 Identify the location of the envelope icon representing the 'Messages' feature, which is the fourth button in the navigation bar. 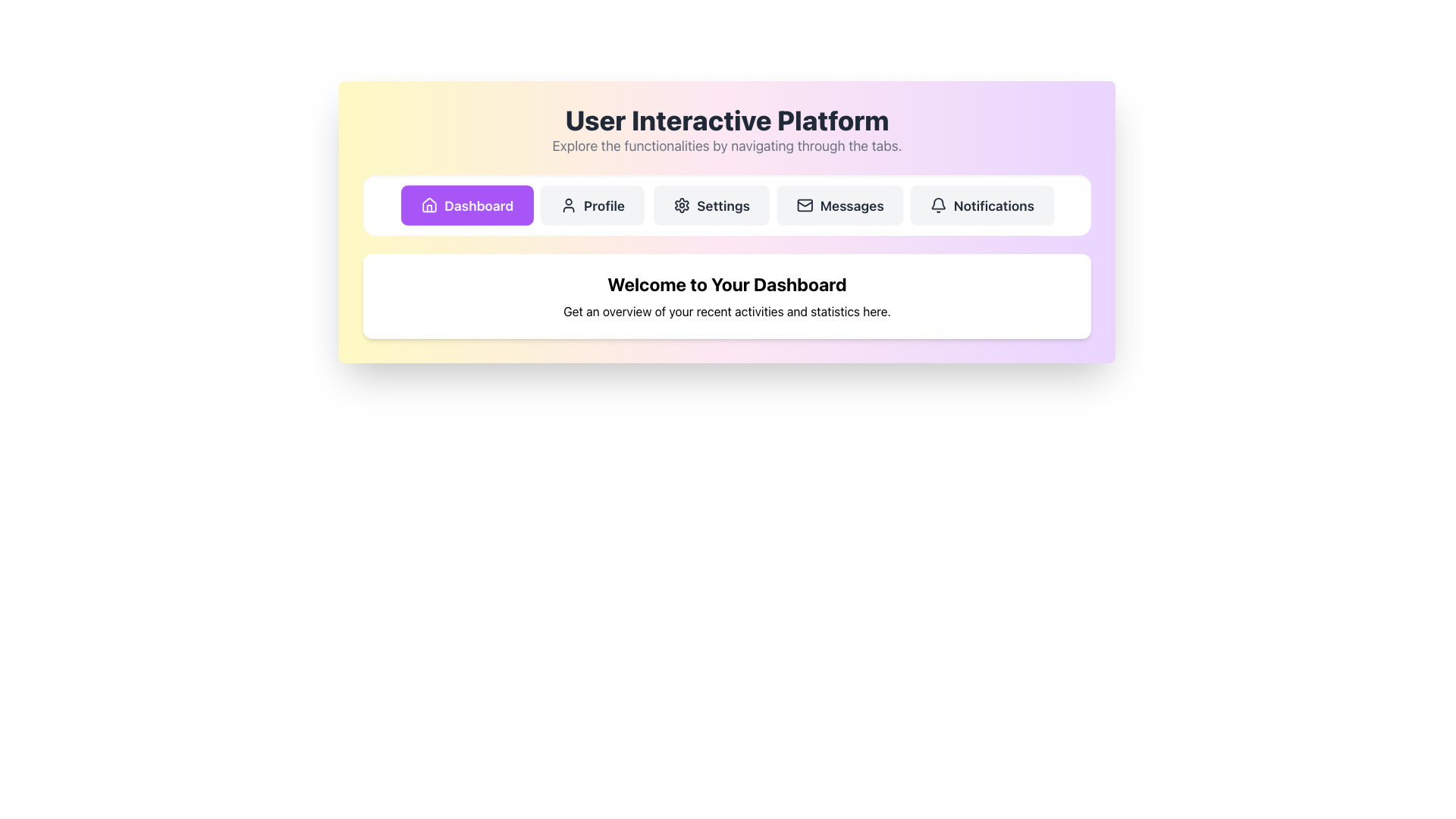
(803, 203).